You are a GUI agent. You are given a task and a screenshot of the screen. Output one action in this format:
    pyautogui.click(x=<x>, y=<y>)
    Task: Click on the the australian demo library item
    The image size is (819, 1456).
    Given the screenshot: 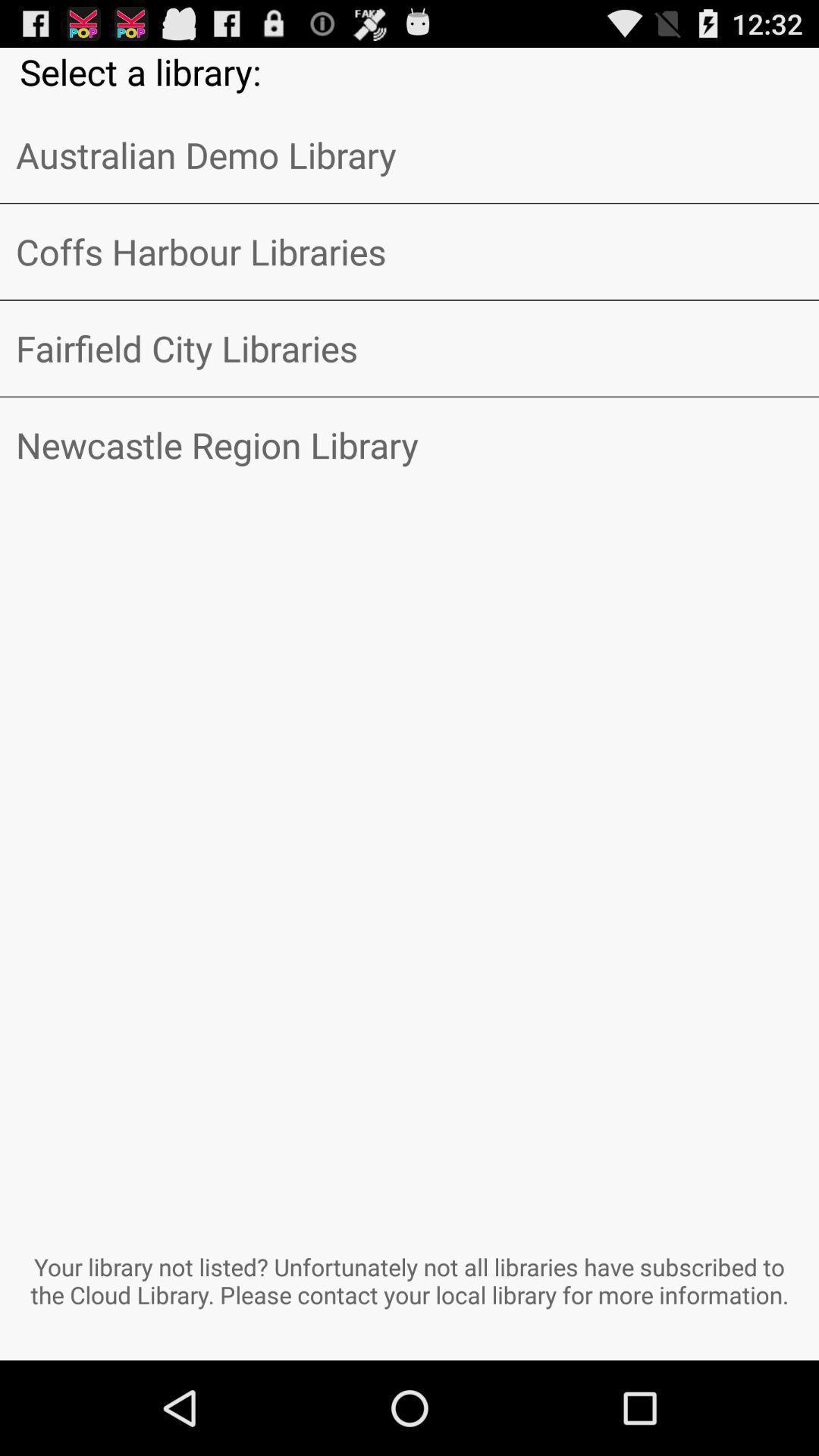 What is the action you would take?
    pyautogui.click(x=409, y=155)
    